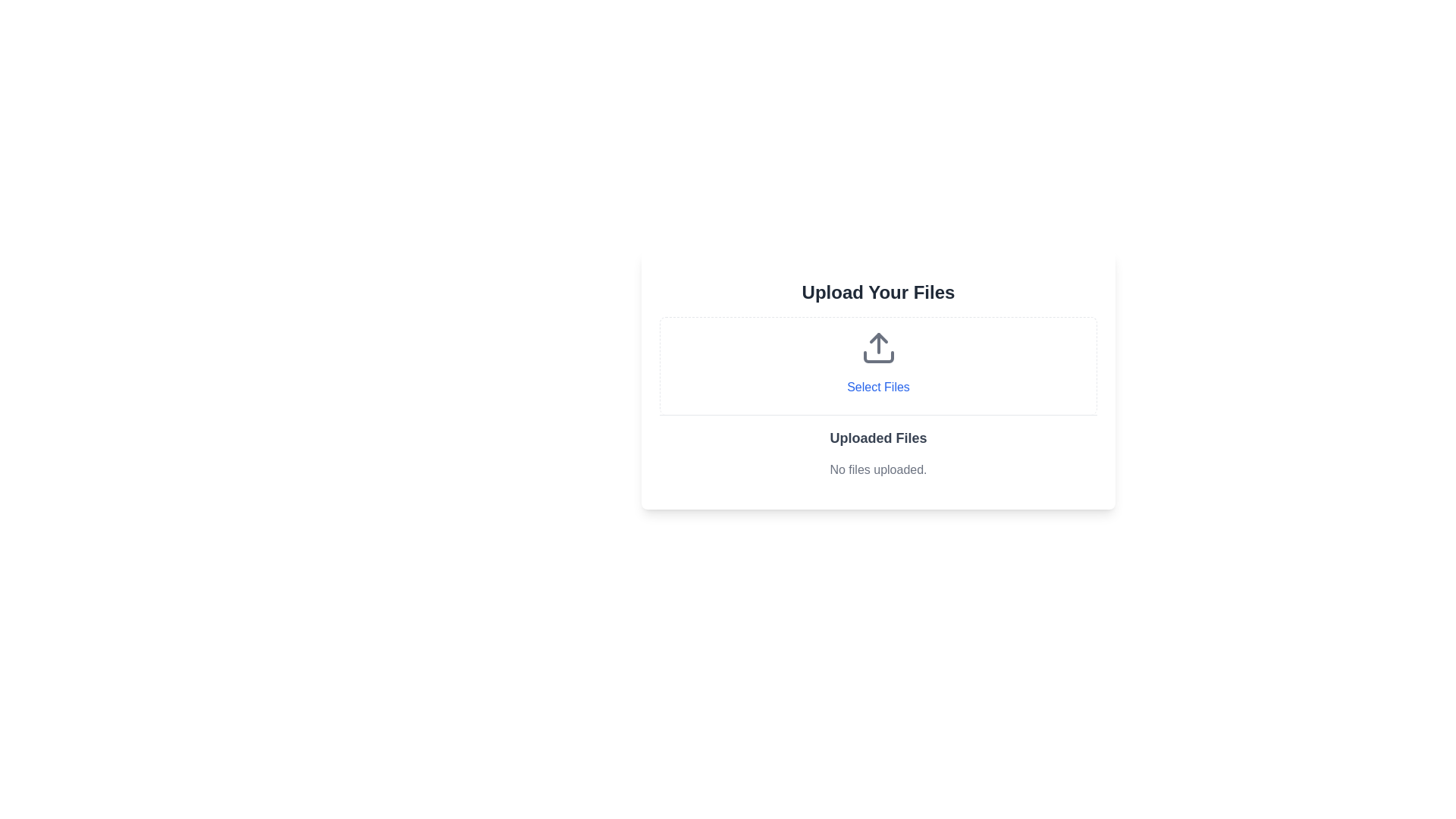 The width and height of the screenshot is (1456, 819). Describe the element at coordinates (878, 292) in the screenshot. I see `static text header displaying 'Upload Your Files' located at the top of the section` at that location.